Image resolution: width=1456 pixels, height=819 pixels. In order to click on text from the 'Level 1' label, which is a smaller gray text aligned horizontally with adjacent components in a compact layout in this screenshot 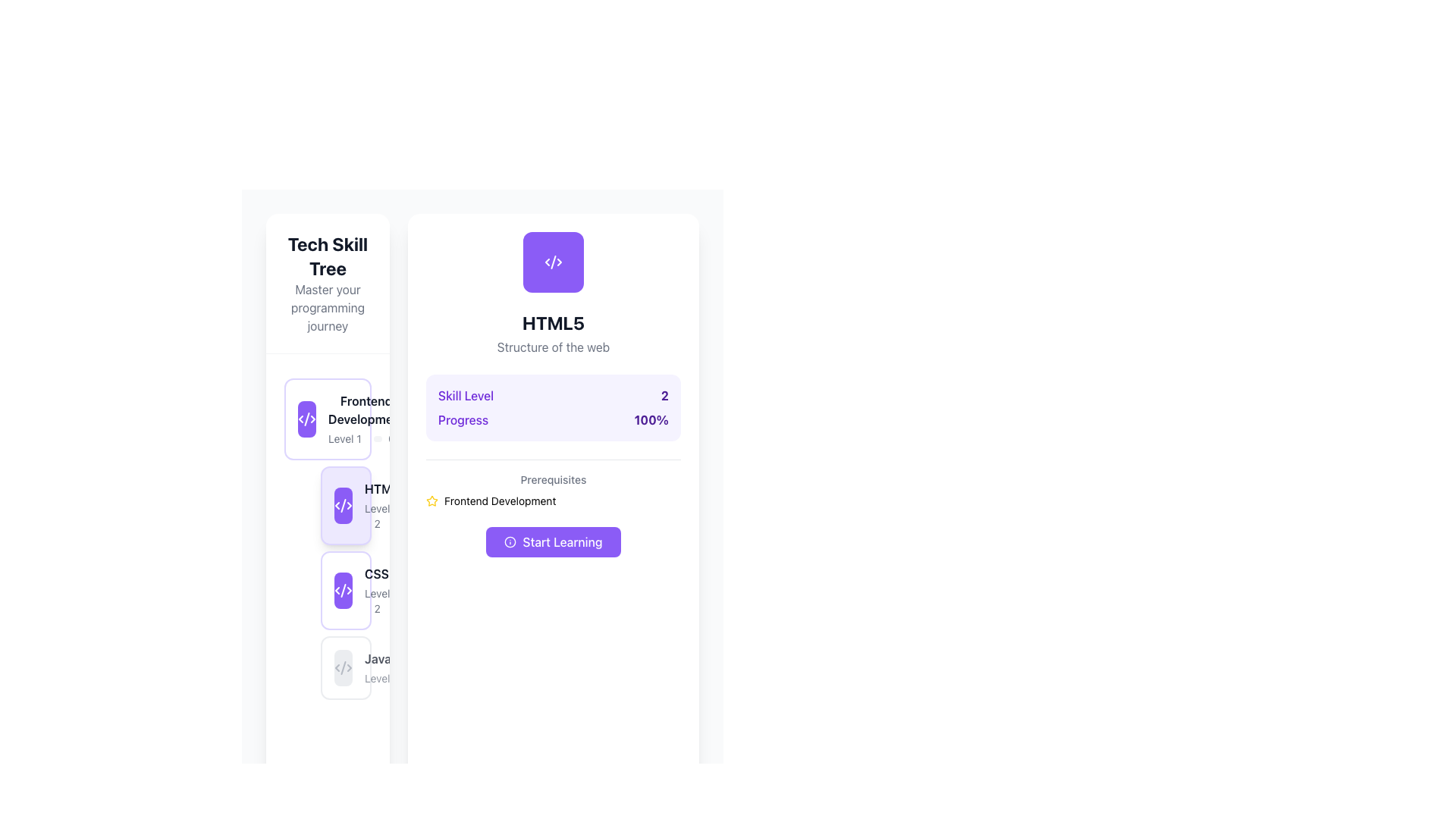, I will do `click(344, 438)`.